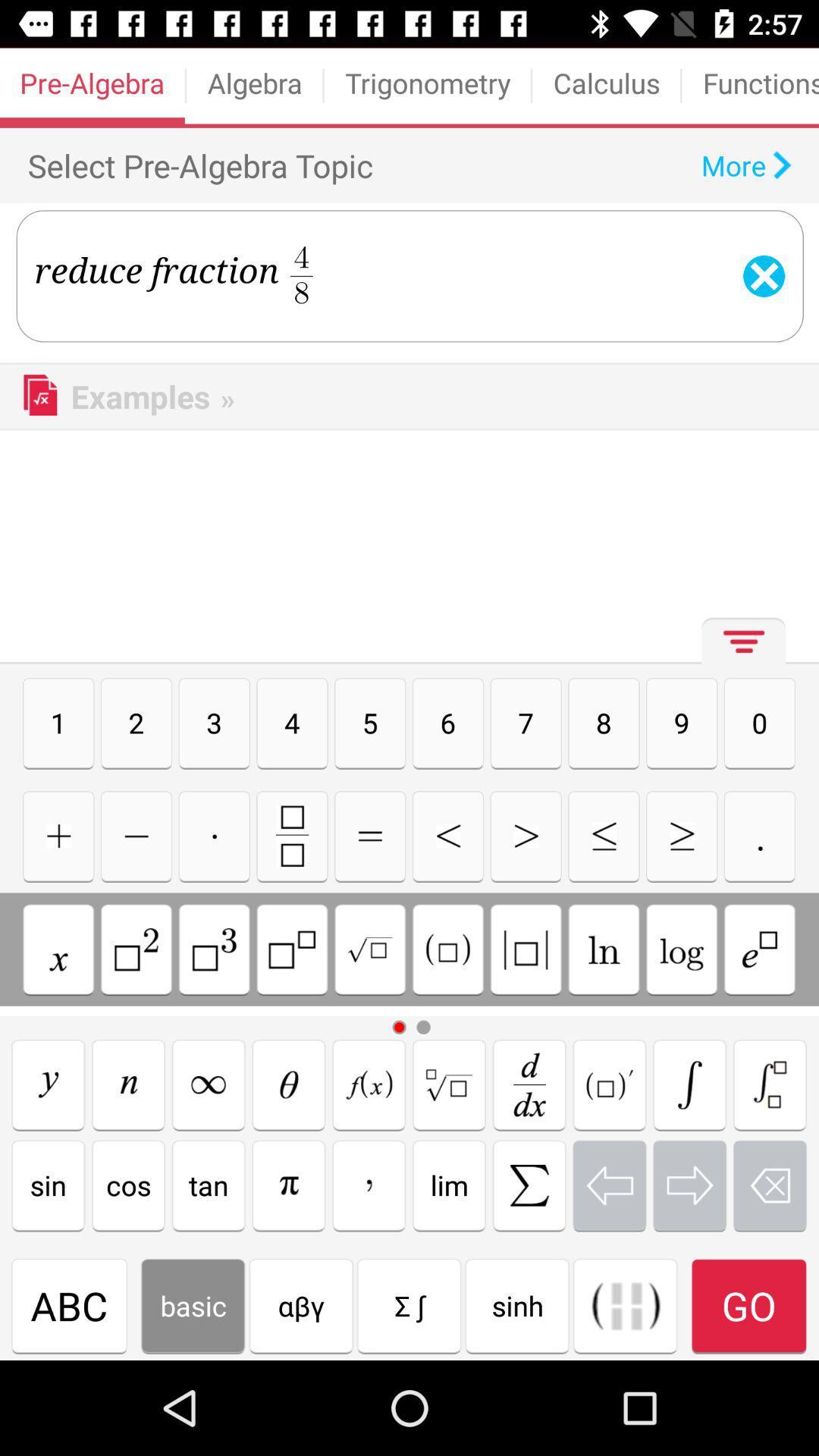  Describe the element at coordinates (529, 1185) in the screenshot. I see `keyboard input symbols` at that location.